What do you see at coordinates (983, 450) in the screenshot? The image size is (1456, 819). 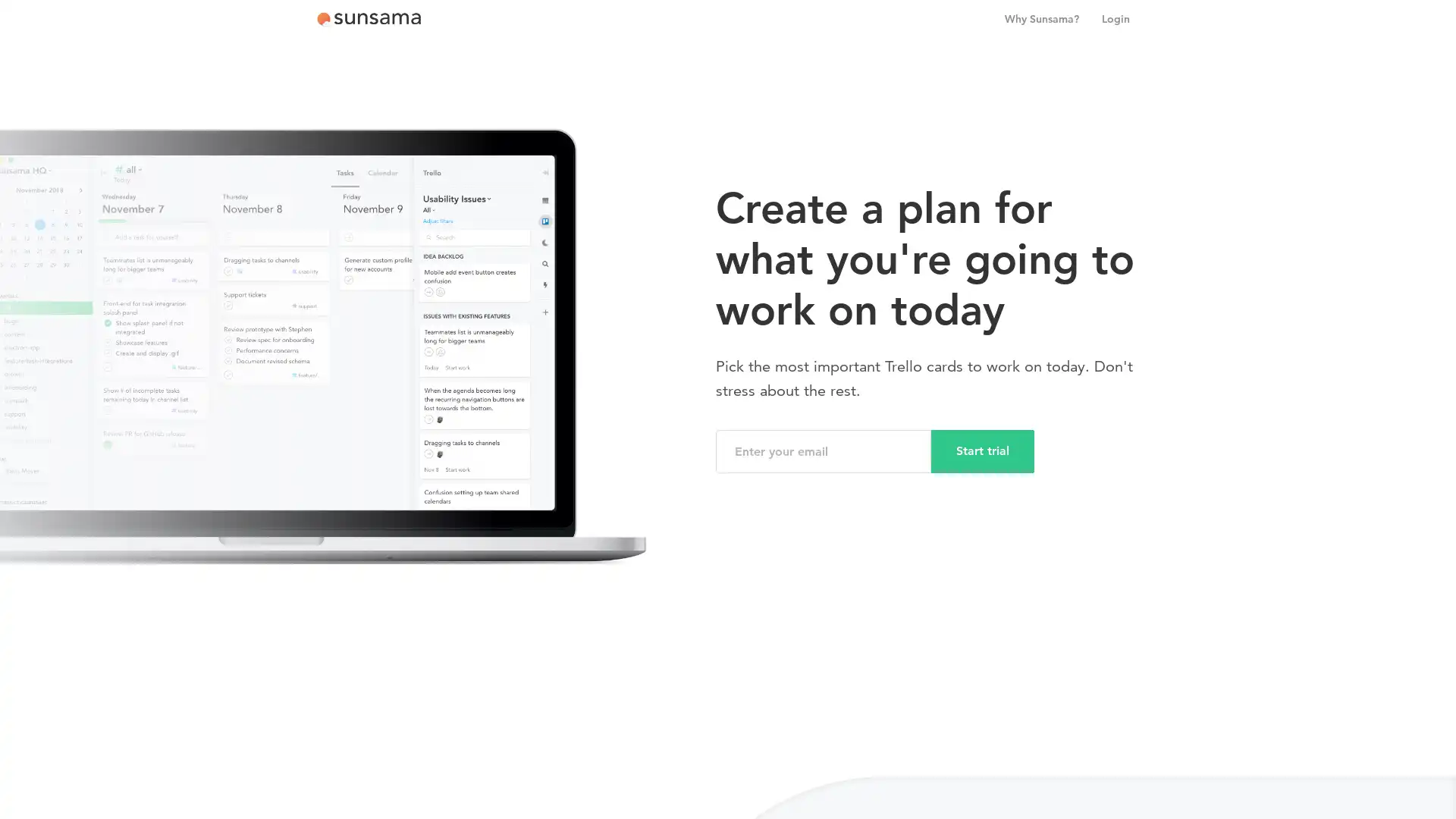 I see `Start trial` at bounding box center [983, 450].